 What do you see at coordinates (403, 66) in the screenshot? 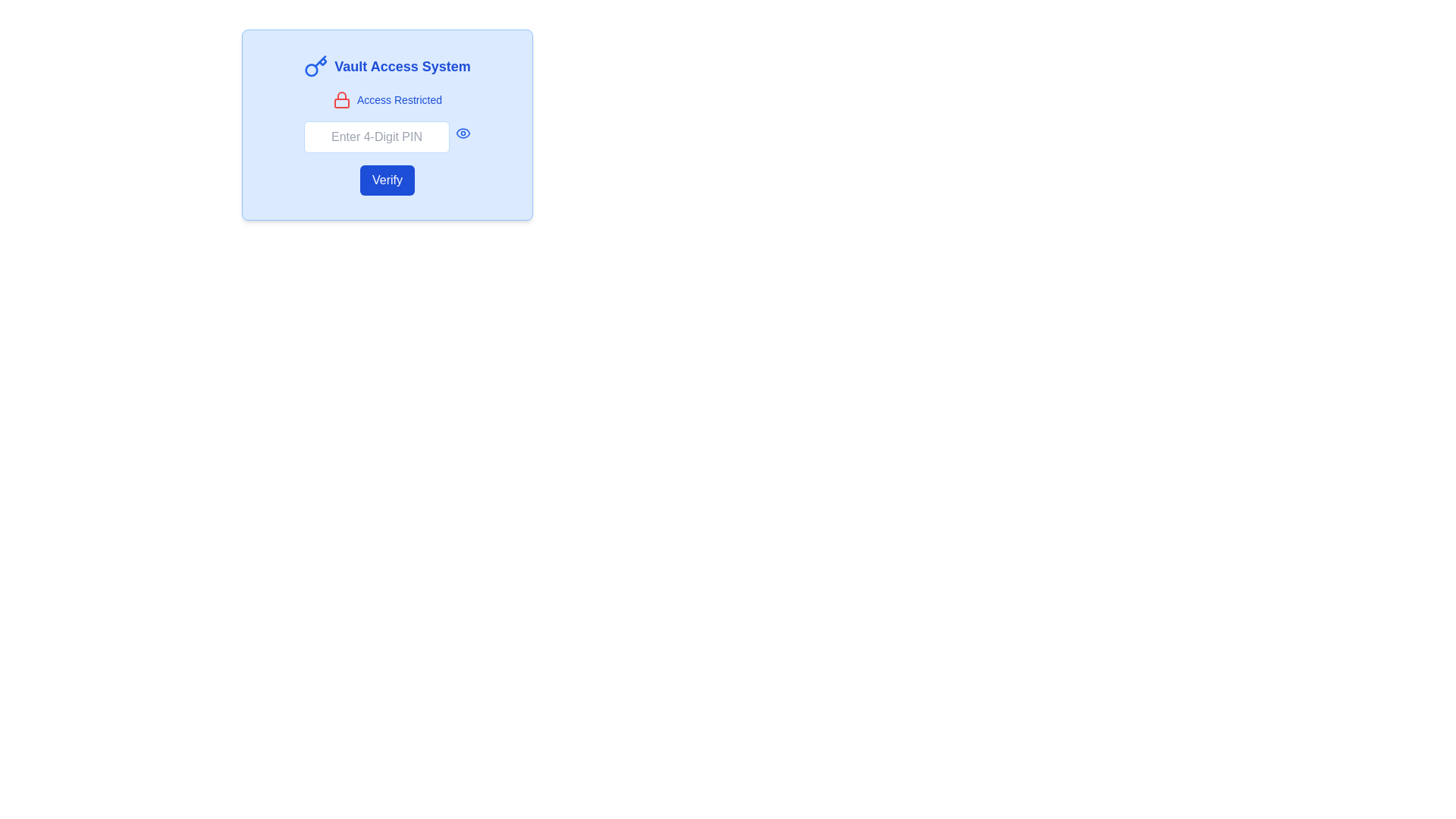
I see `the bold, blue text label displaying 'Vault Access System', which is prominently positioned at the center-top of the interface` at bounding box center [403, 66].